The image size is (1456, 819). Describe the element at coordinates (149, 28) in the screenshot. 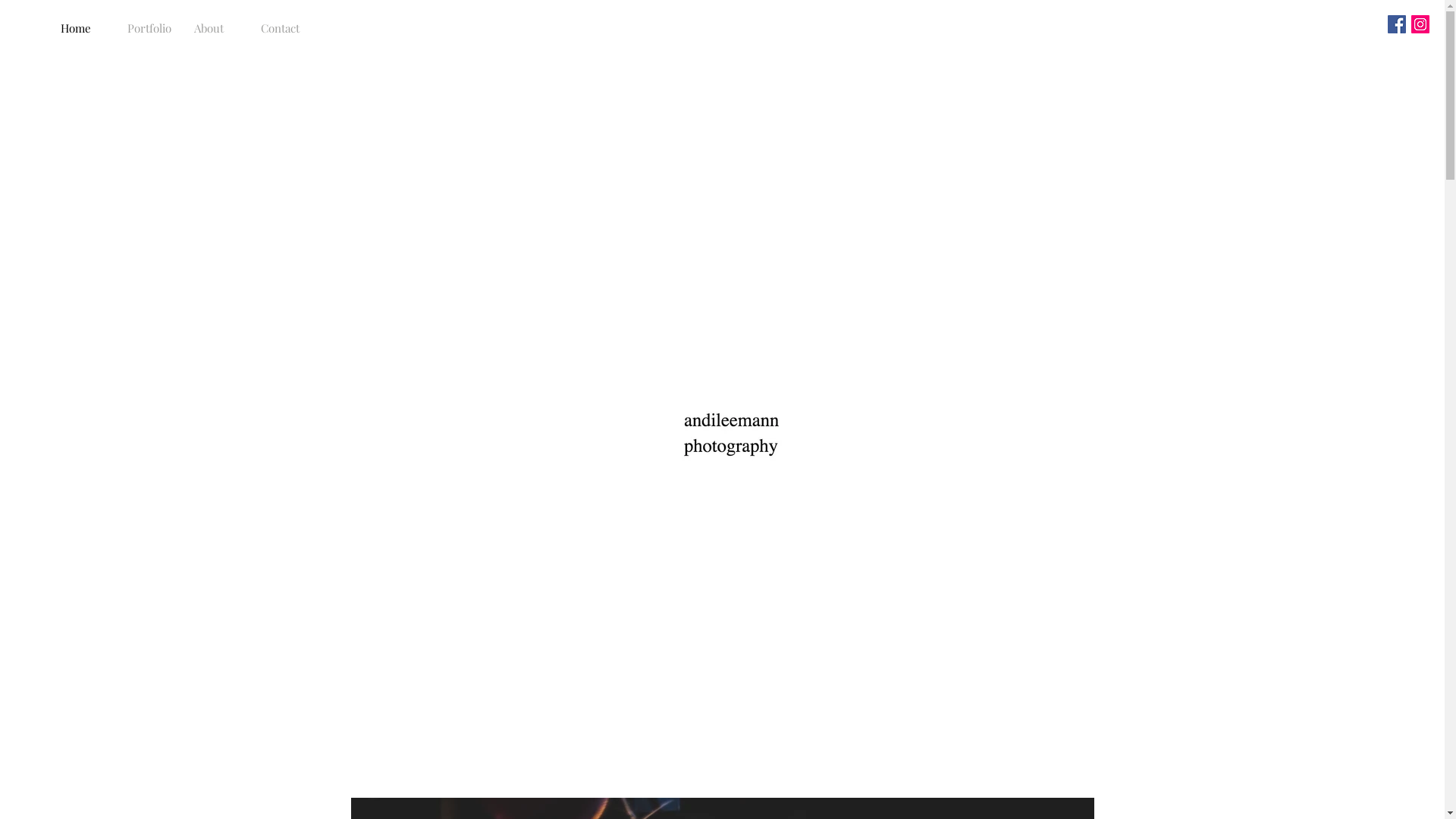

I see `'Portfolio'` at that location.